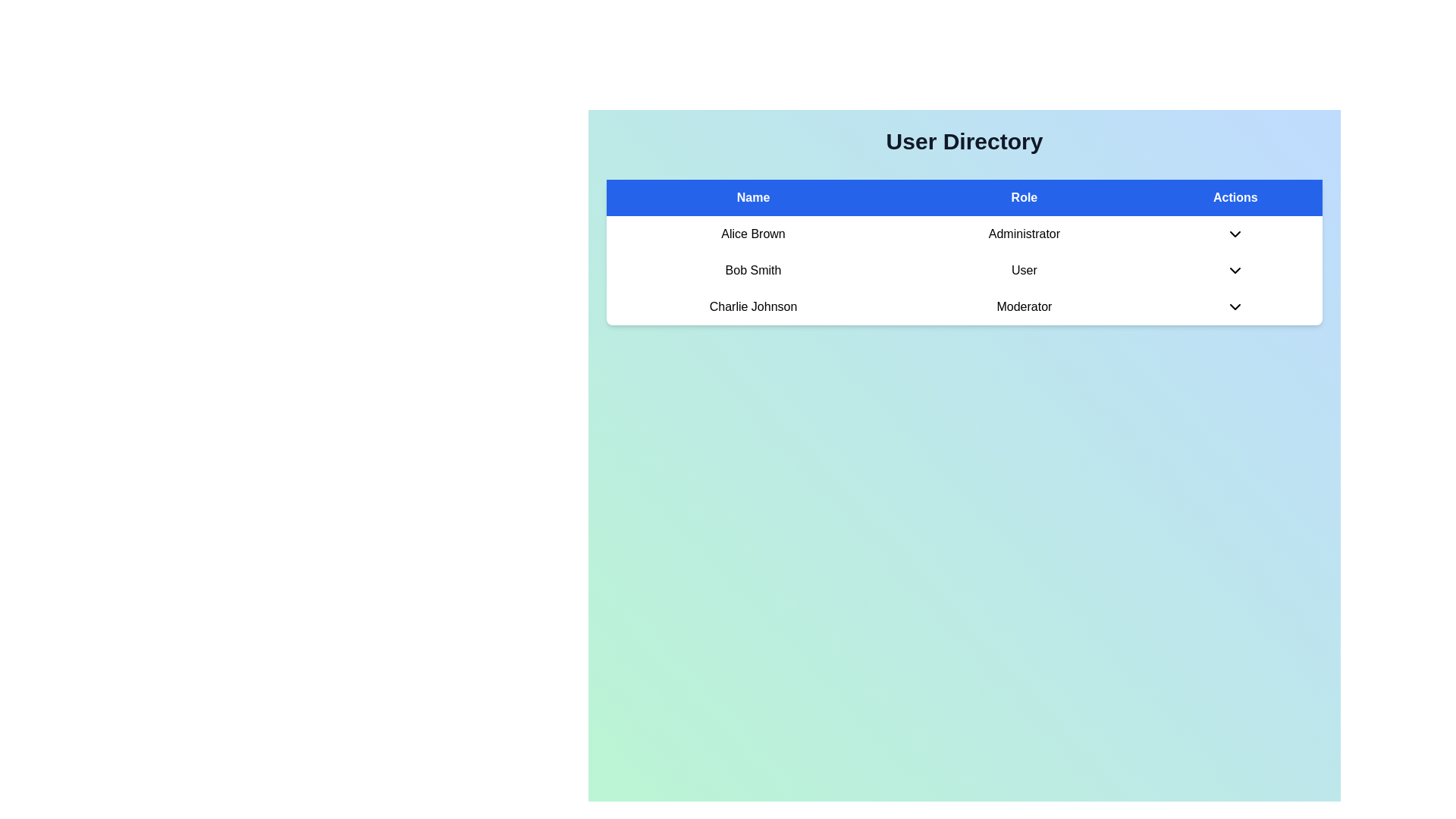  I want to click on the dropdown trigger icon located in the 'Actions' column under the 'Administrator' role, so click(1235, 234).